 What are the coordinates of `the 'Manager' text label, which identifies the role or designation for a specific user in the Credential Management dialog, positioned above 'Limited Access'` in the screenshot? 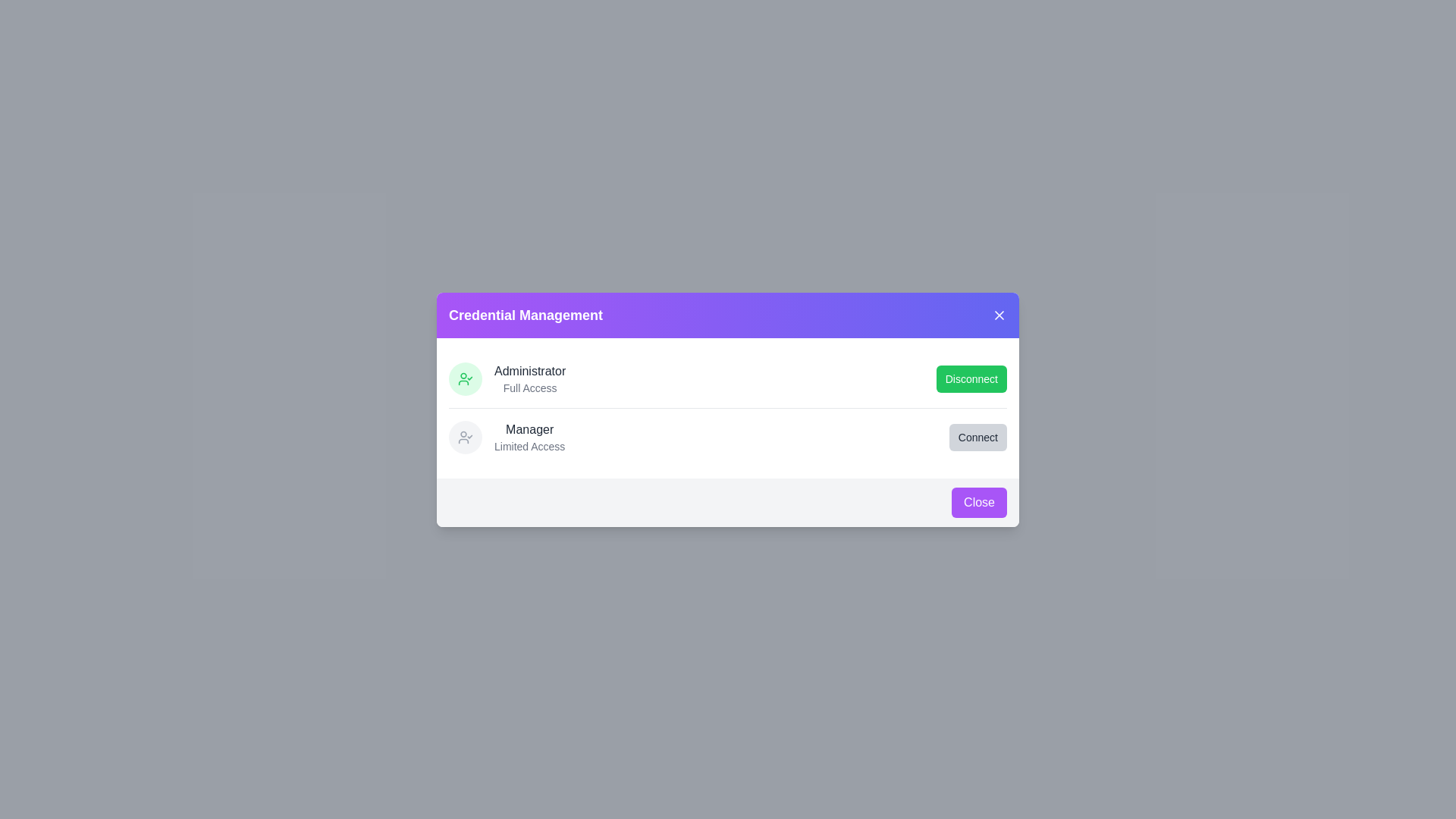 It's located at (529, 429).